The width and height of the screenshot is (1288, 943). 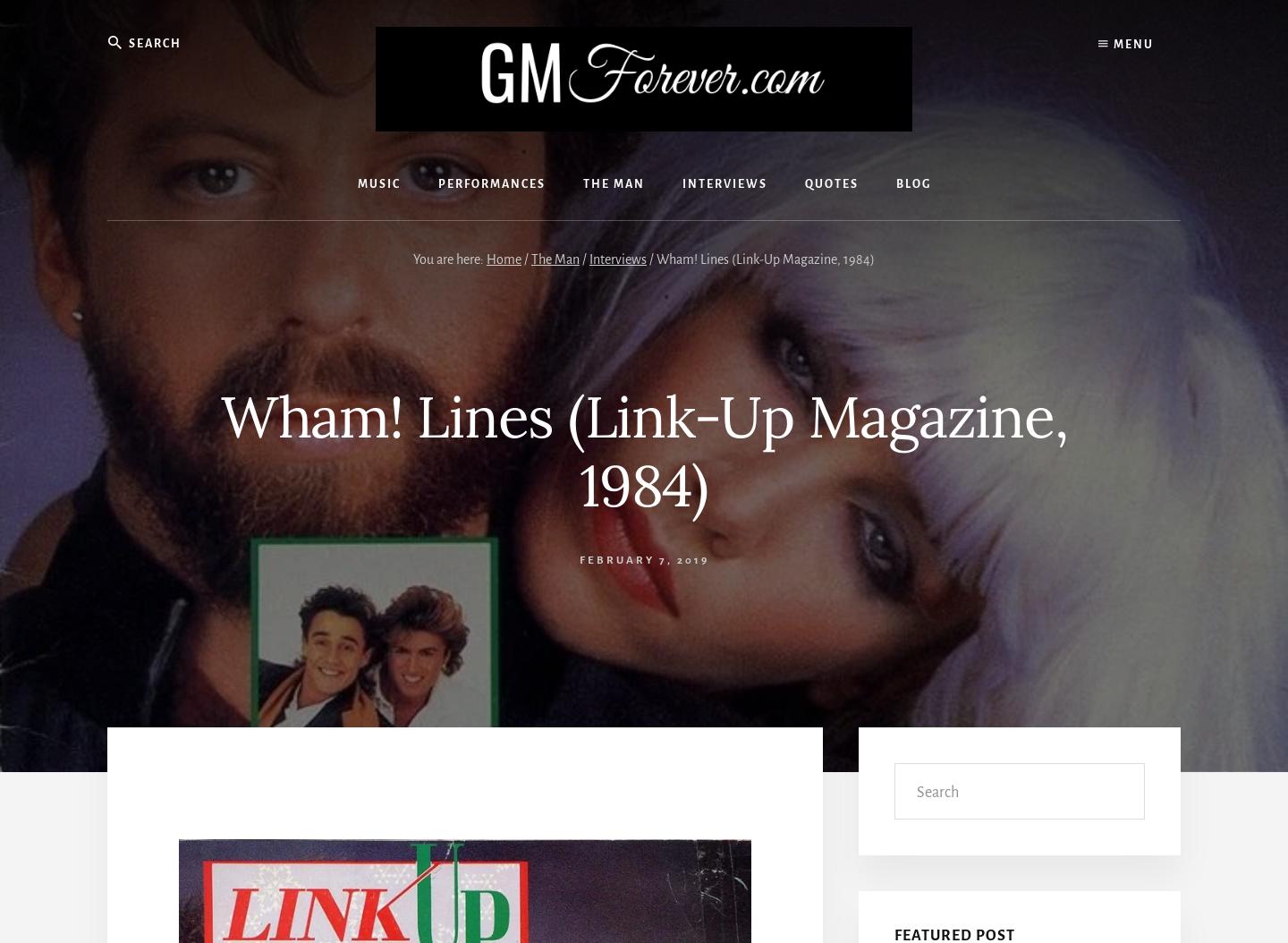 I want to click on 'You are here:', so click(x=448, y=258).